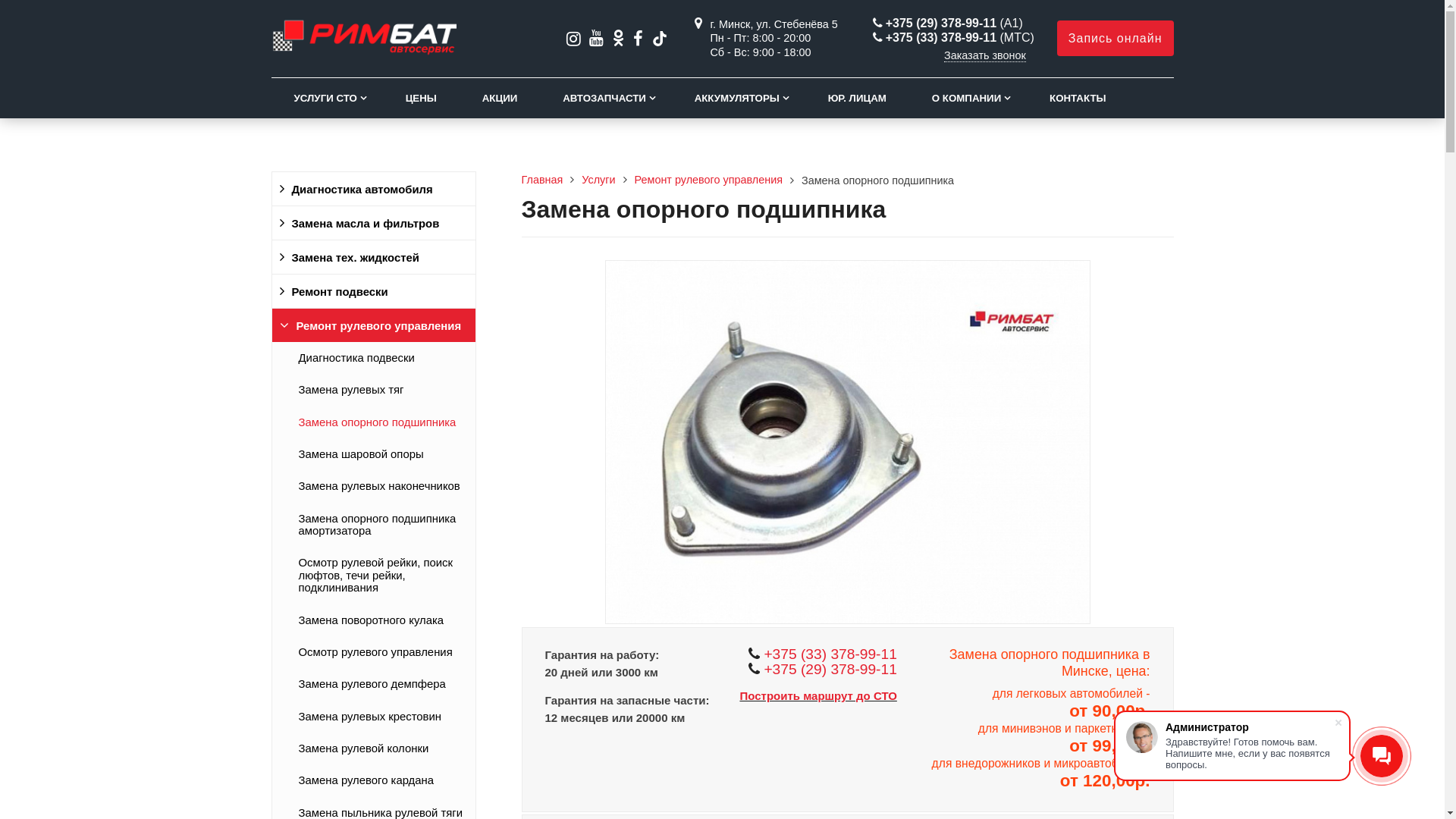 The height and width of the screenshot is (819, 1456). Describe the element at coordinates (940, 23) in the screenshot. I see `'+375 (29) 378-99-11'` at that location.